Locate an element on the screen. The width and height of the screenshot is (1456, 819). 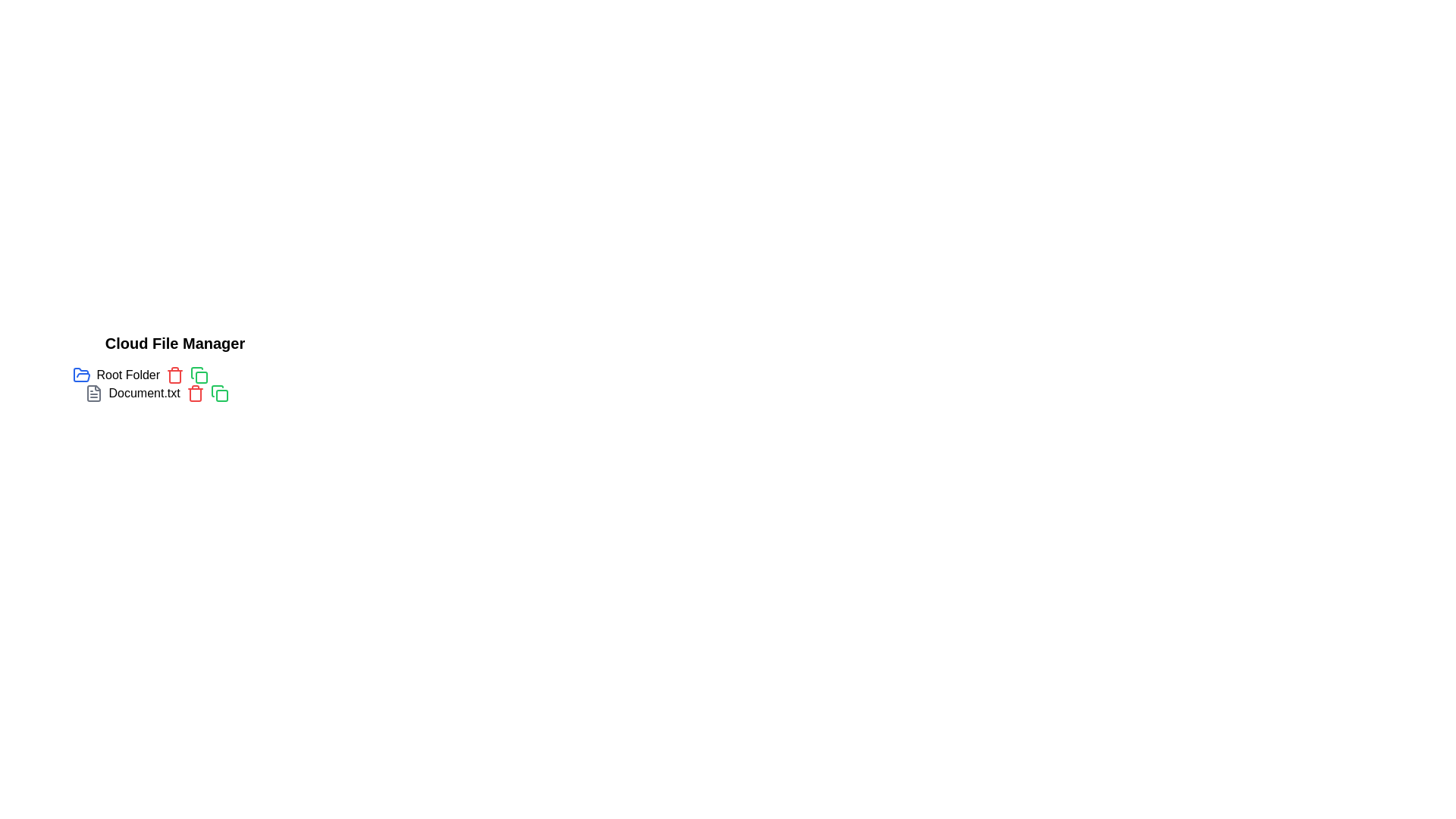
the 'Root Folder' item in the file manager is located at coordinates (181, 375).